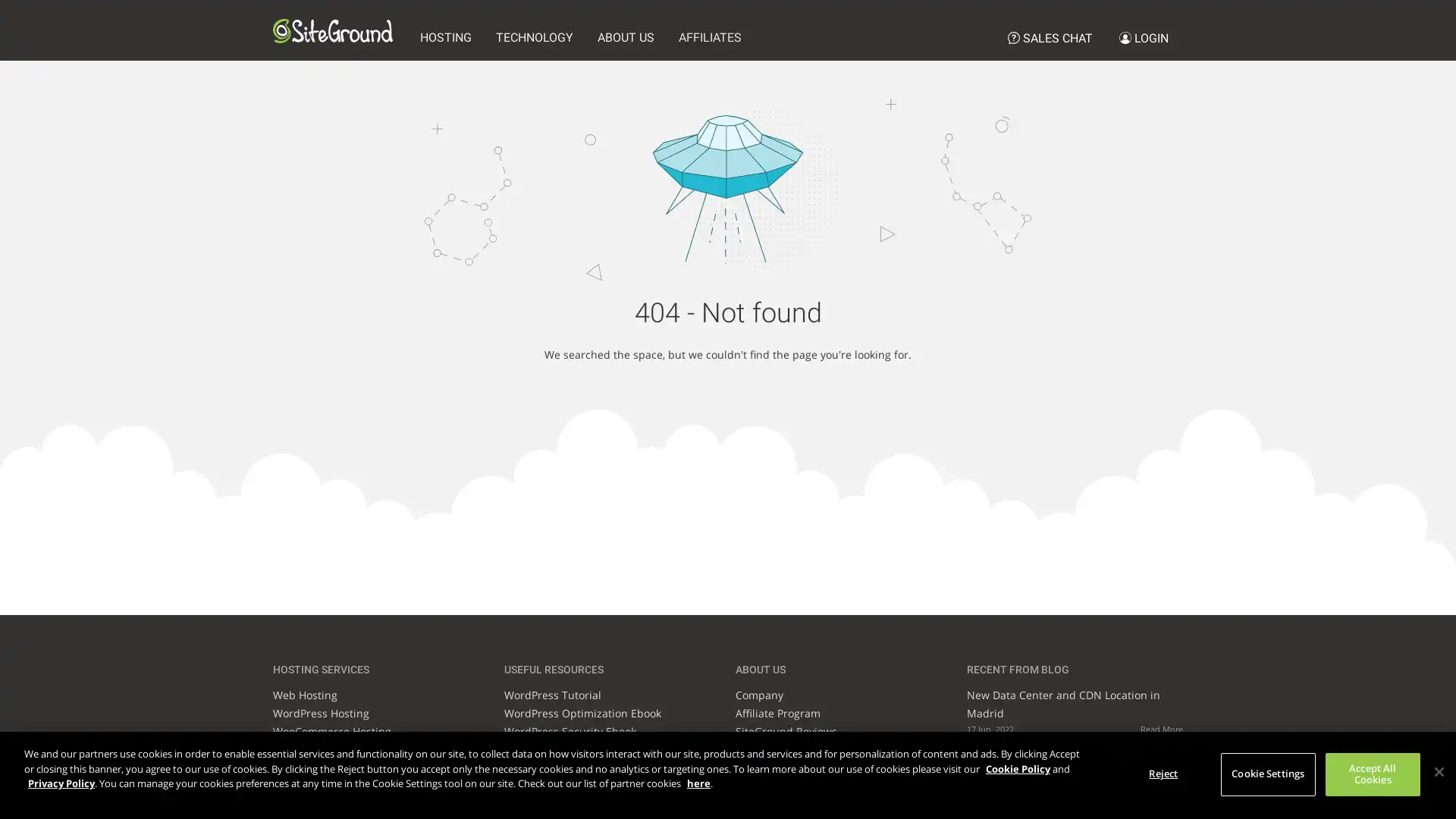 The height and width of the screenshot is (819, 1456). What do you see at coordinates (1267, 773) in the screenshot?
I see `Cookie Settings` at bounding box center [1267, 773].